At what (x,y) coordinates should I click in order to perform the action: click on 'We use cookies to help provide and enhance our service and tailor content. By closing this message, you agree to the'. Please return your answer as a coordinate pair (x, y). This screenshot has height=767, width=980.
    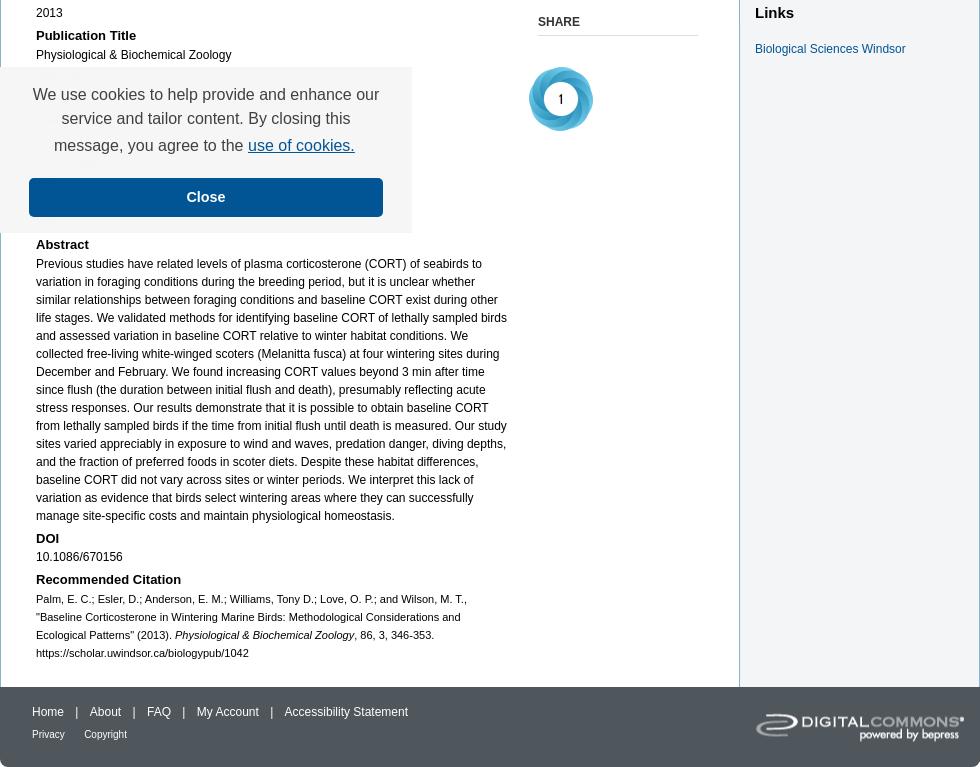
    Looking at the image, I should click on (205, 120).